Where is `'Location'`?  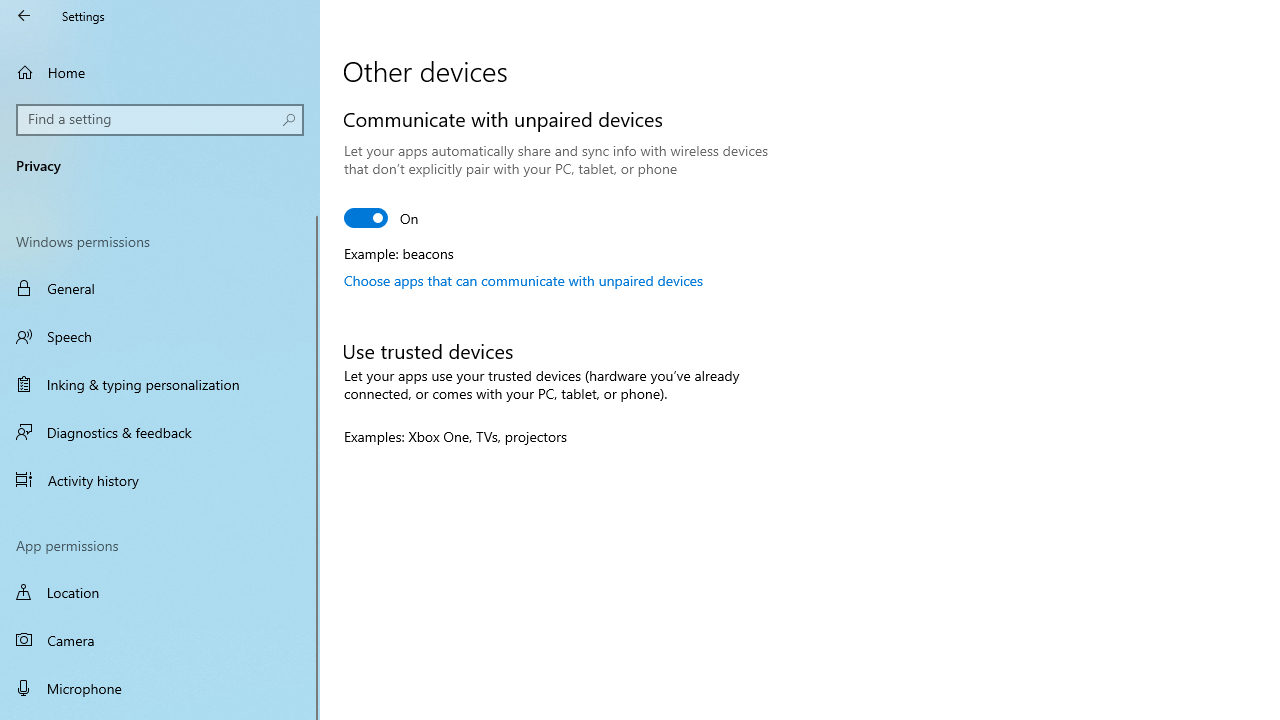
'Location' is located at coordinates (160, 591).